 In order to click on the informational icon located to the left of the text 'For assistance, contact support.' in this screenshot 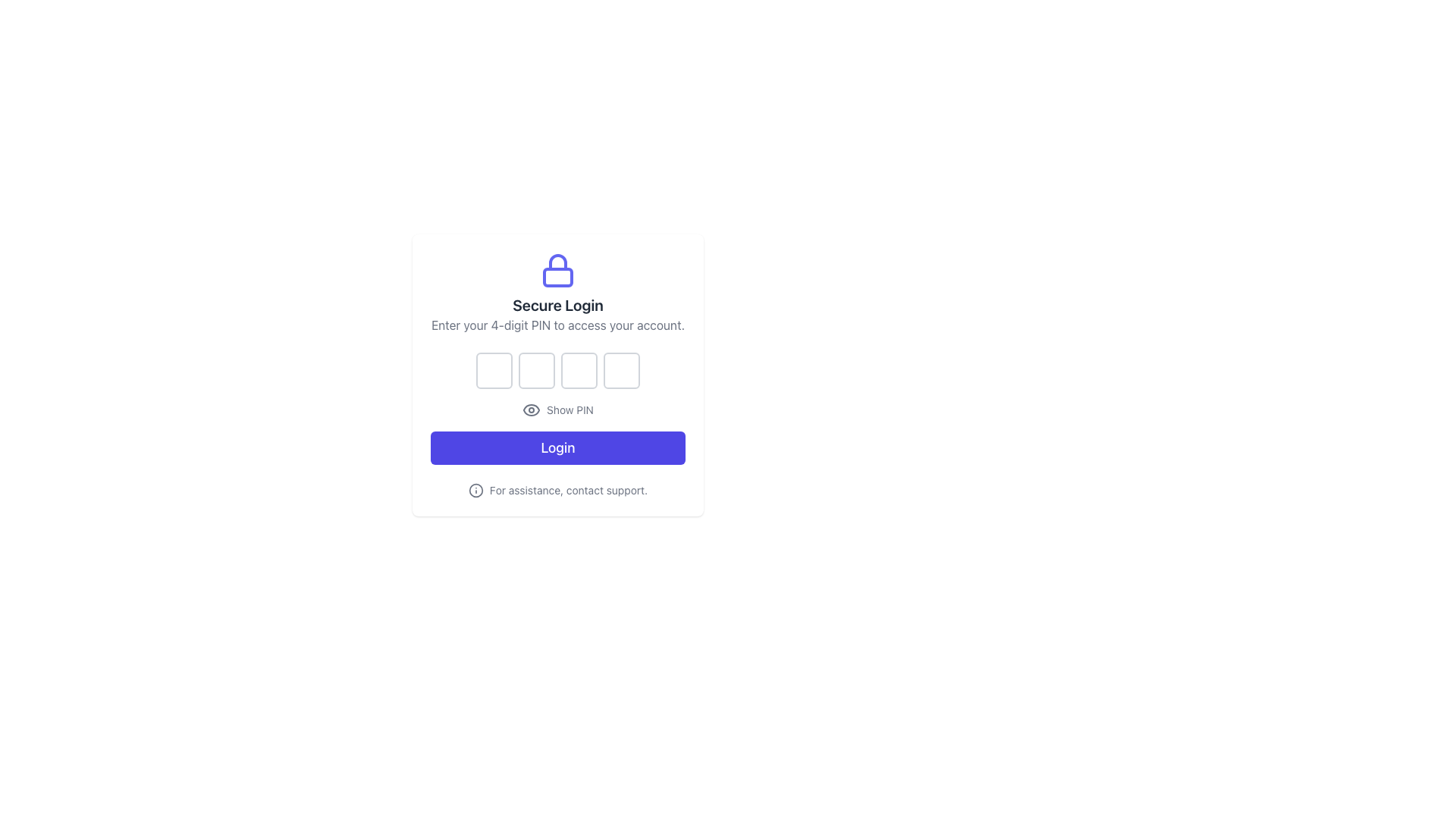, I will do `click(475, 491)`.